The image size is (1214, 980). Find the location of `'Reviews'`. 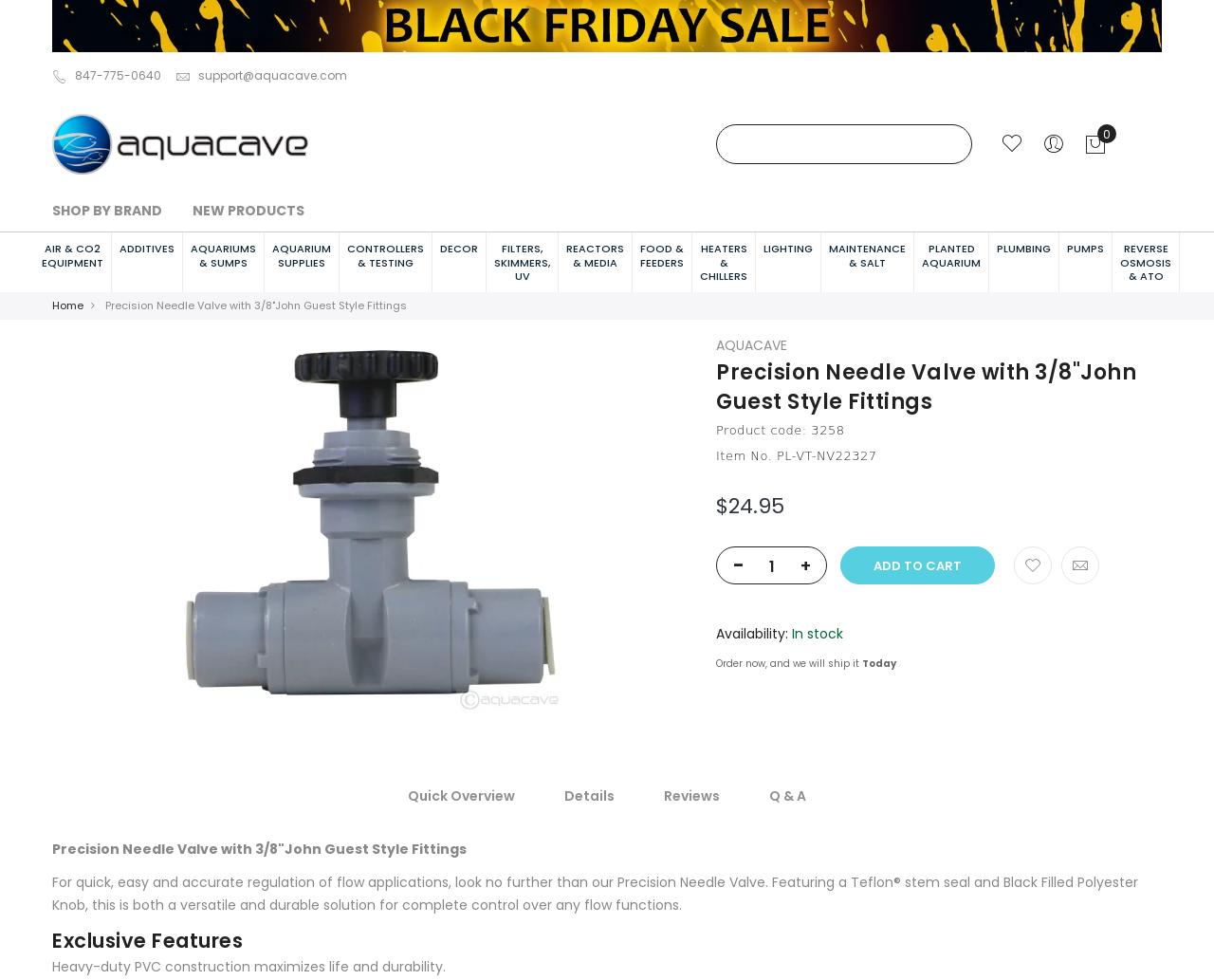

'Reviews' is located at coordinates (690, 796).